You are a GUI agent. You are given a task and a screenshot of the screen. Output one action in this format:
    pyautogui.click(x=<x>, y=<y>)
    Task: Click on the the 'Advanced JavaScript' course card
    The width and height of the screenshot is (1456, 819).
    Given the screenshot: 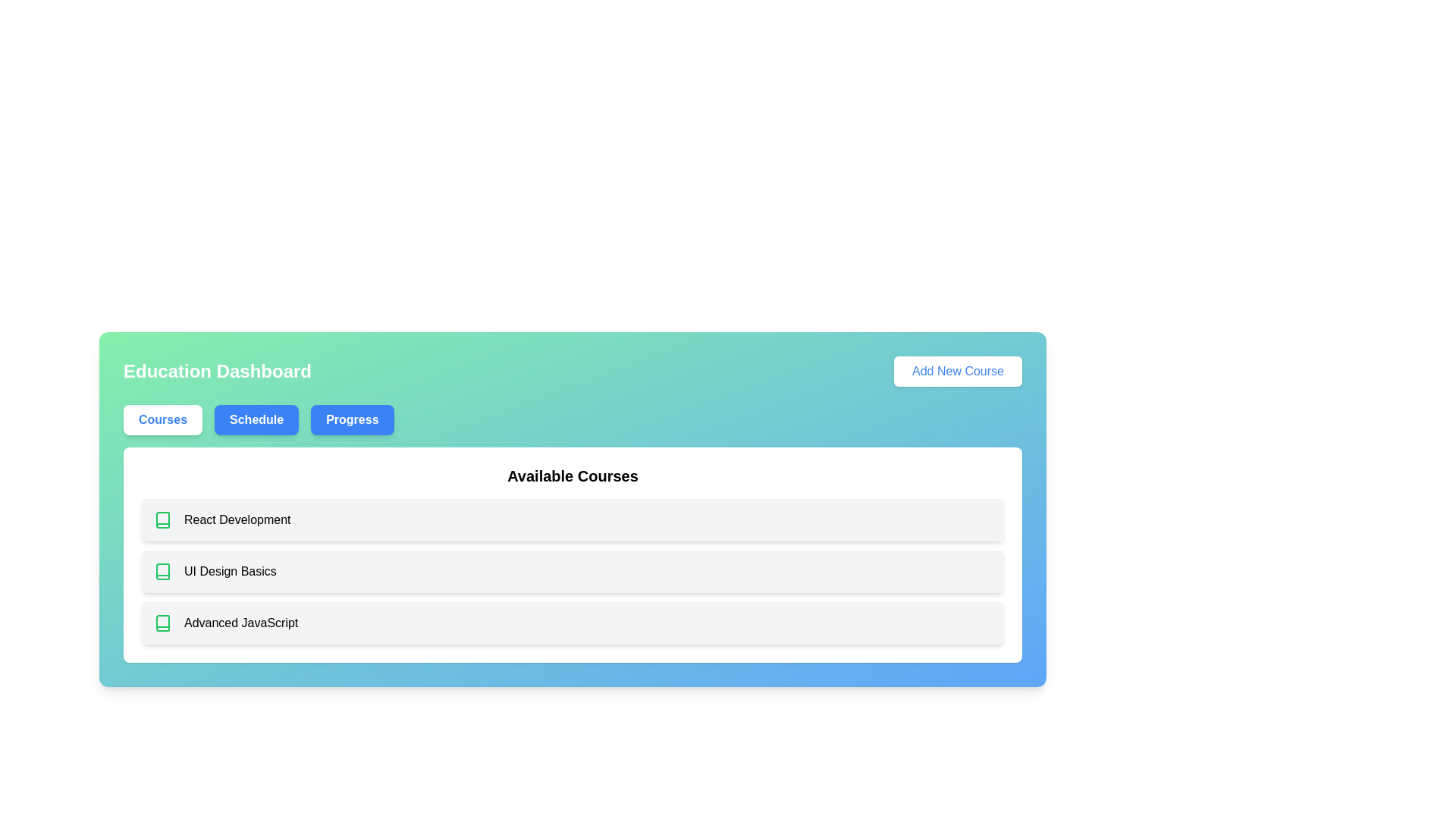 What is the action you would take?
    pyautogui.click(x=572, y=623)
    